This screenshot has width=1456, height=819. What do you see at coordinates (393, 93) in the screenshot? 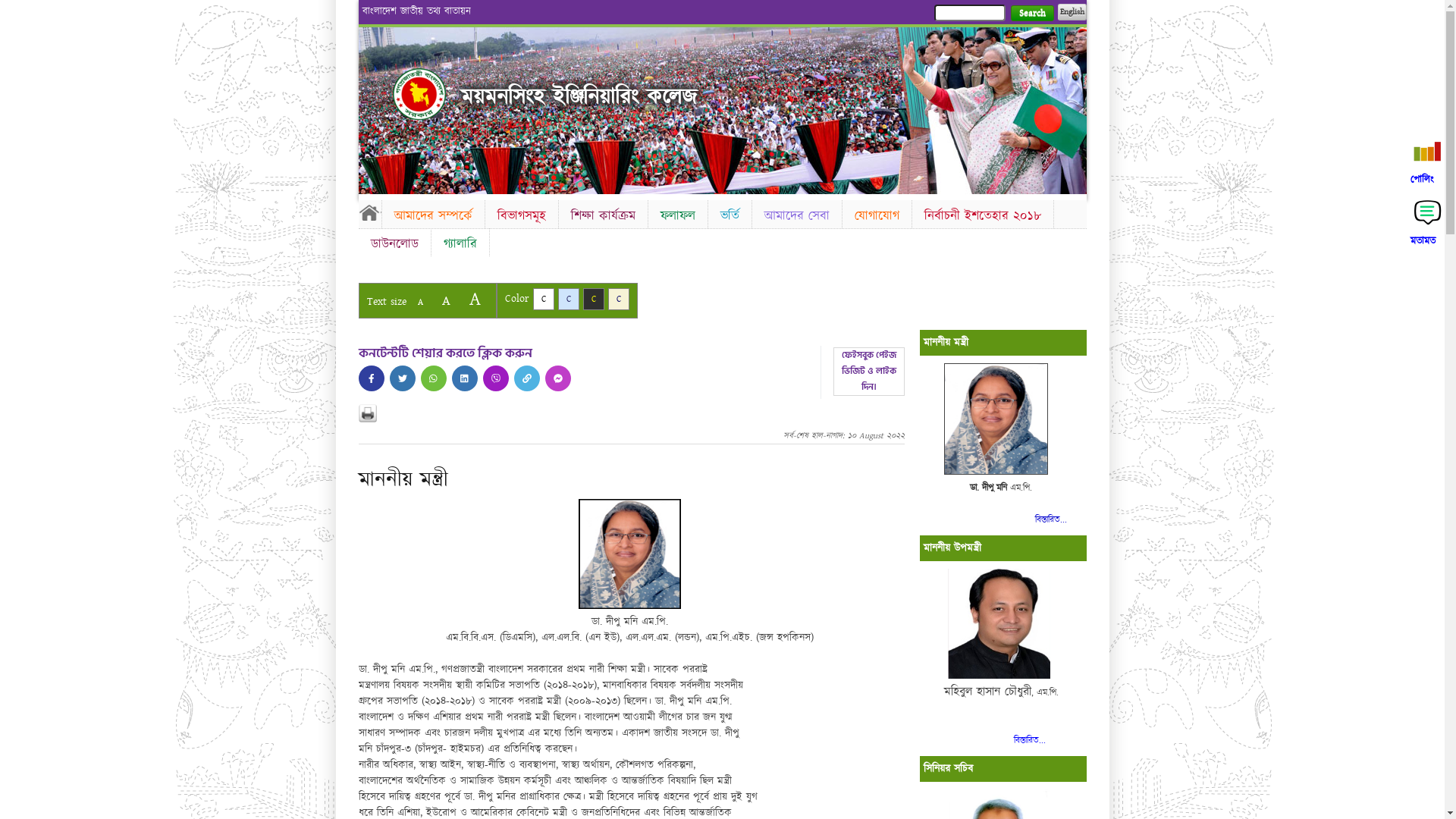
I see `'Home'` at bounding box center [393, 93].